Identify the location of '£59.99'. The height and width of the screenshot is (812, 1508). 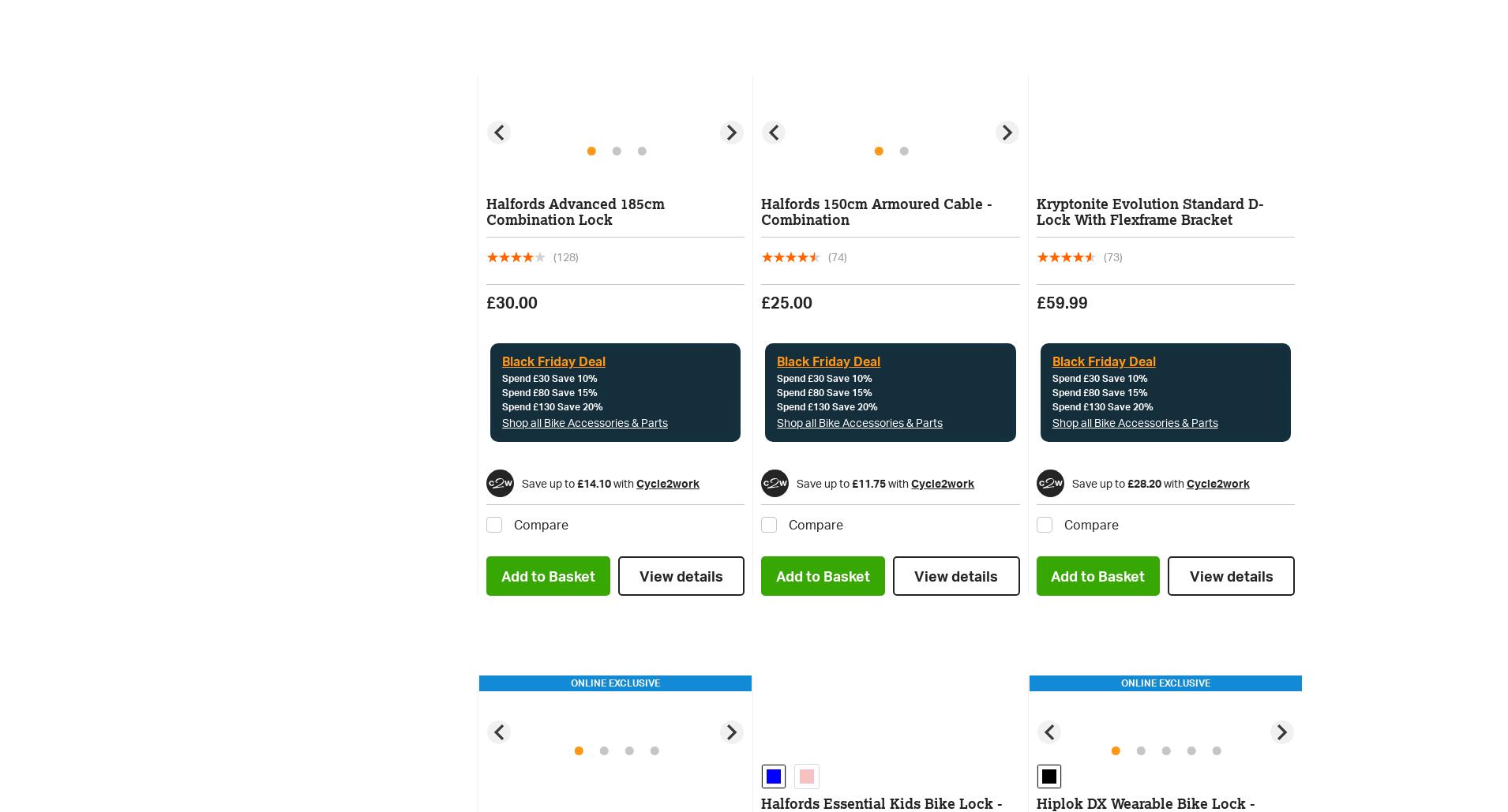
(1060, 301).